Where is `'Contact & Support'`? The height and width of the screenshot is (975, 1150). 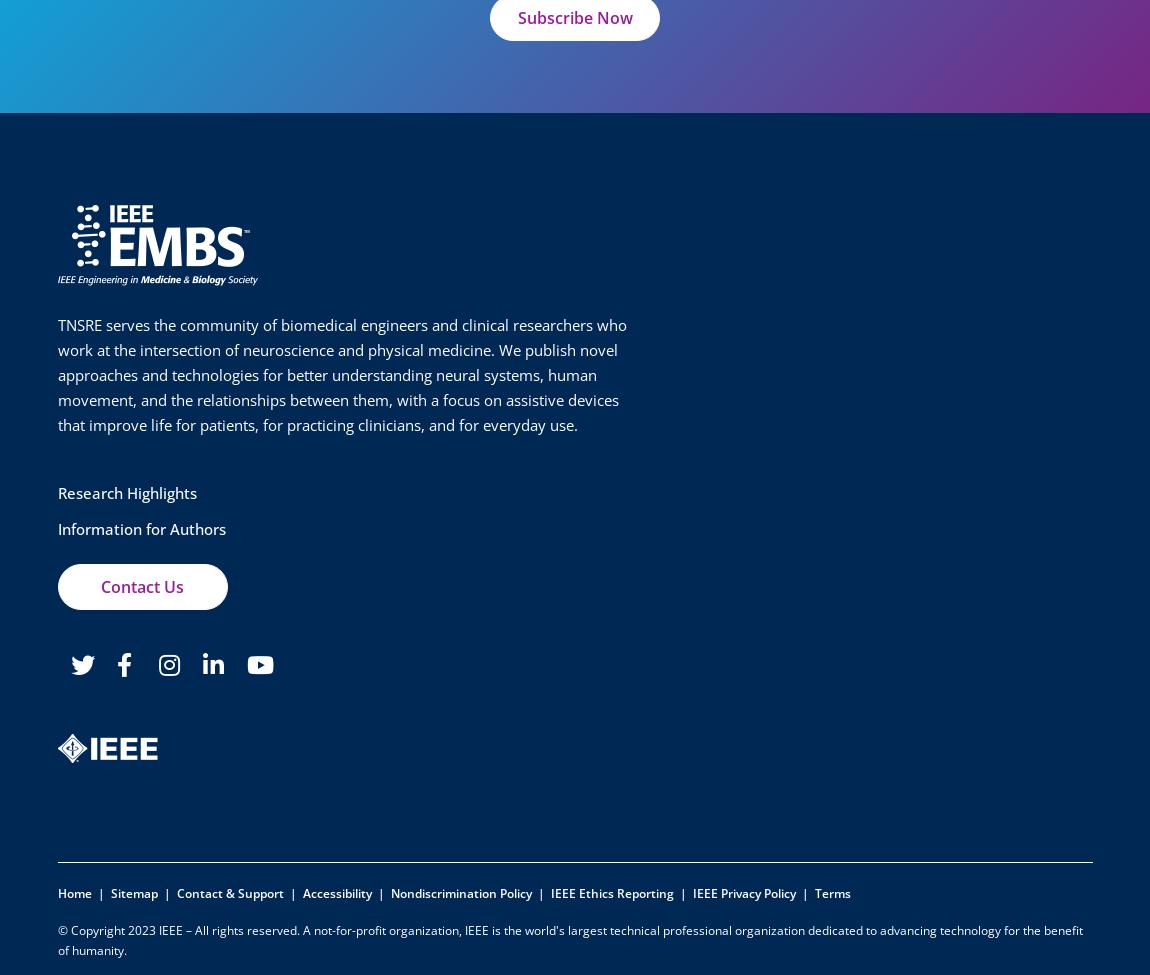
'Contact & Support' is located at coordinates (228, 892).